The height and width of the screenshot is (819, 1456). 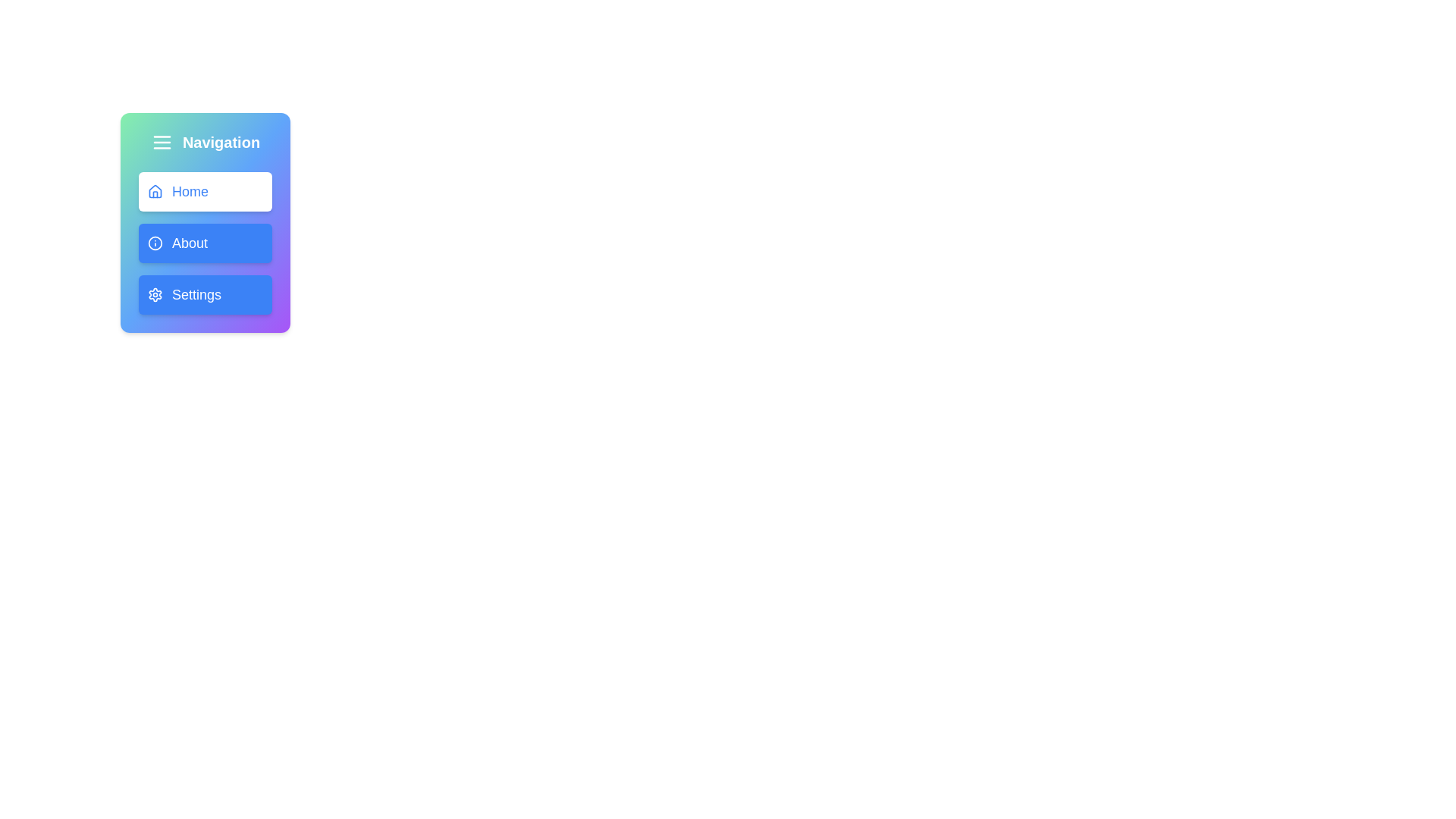 What do you see at coordinates (162, 143) in the screenshot?
I see `the hamburger menu icon button located at the top left of the navigation panel` at bounding box center [162, 143].